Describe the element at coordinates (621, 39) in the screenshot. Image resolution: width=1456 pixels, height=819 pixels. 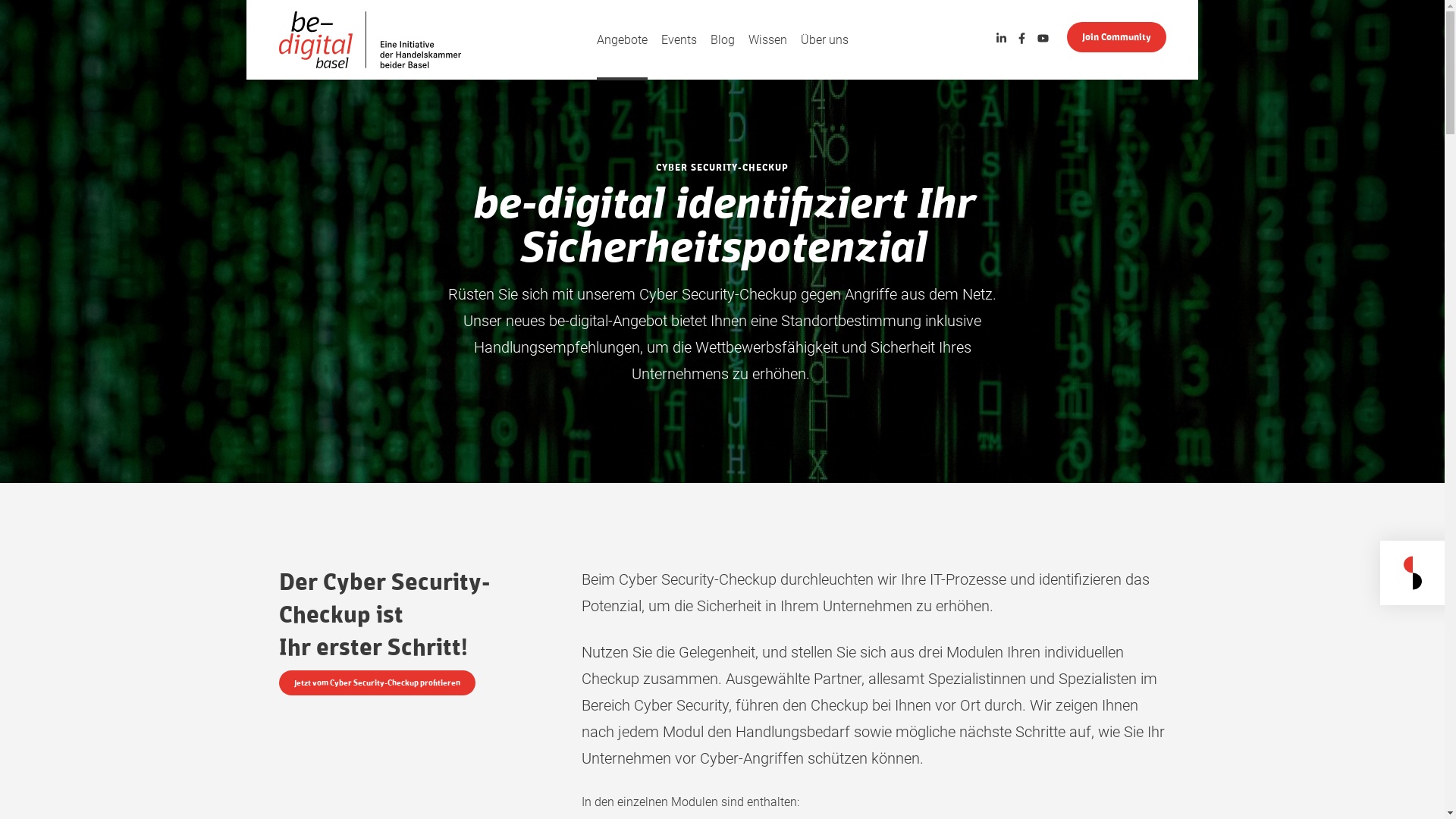
I see `'Angebote'` at that location.